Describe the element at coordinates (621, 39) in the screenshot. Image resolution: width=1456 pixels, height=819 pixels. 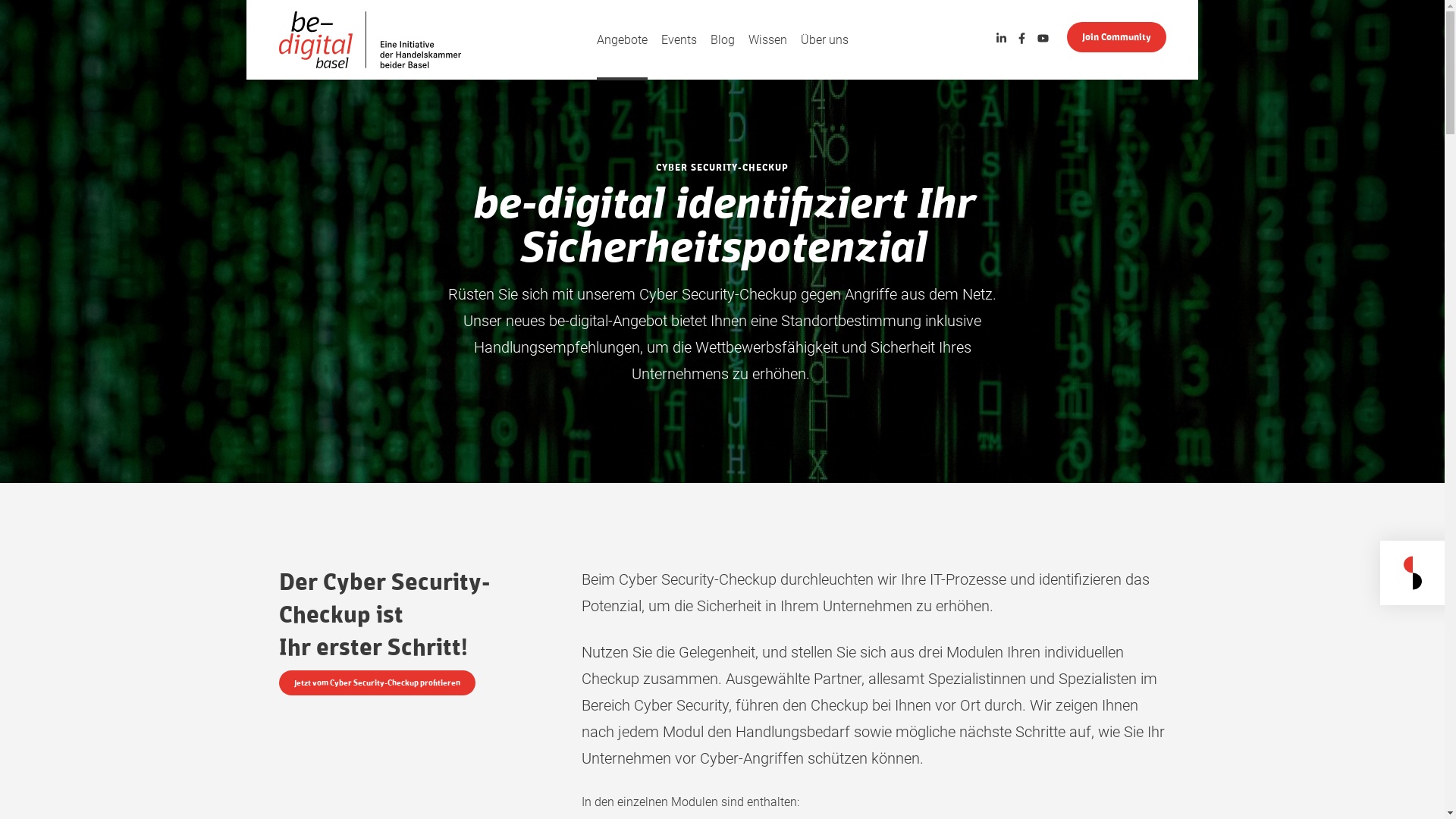
I see `'Angebote'` at that location.